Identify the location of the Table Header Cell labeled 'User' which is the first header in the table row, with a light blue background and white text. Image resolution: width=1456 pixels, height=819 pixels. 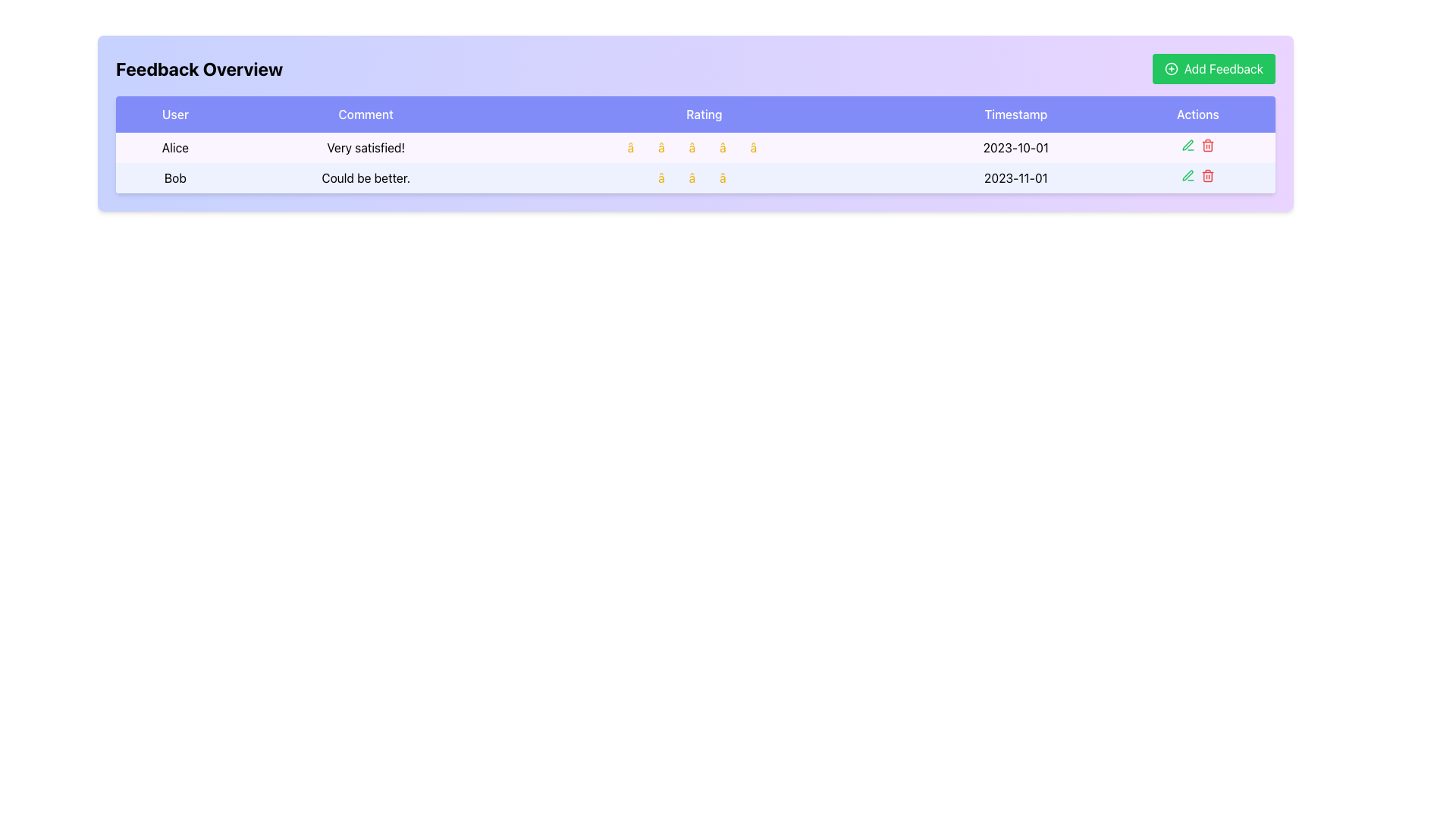
(175, 113).